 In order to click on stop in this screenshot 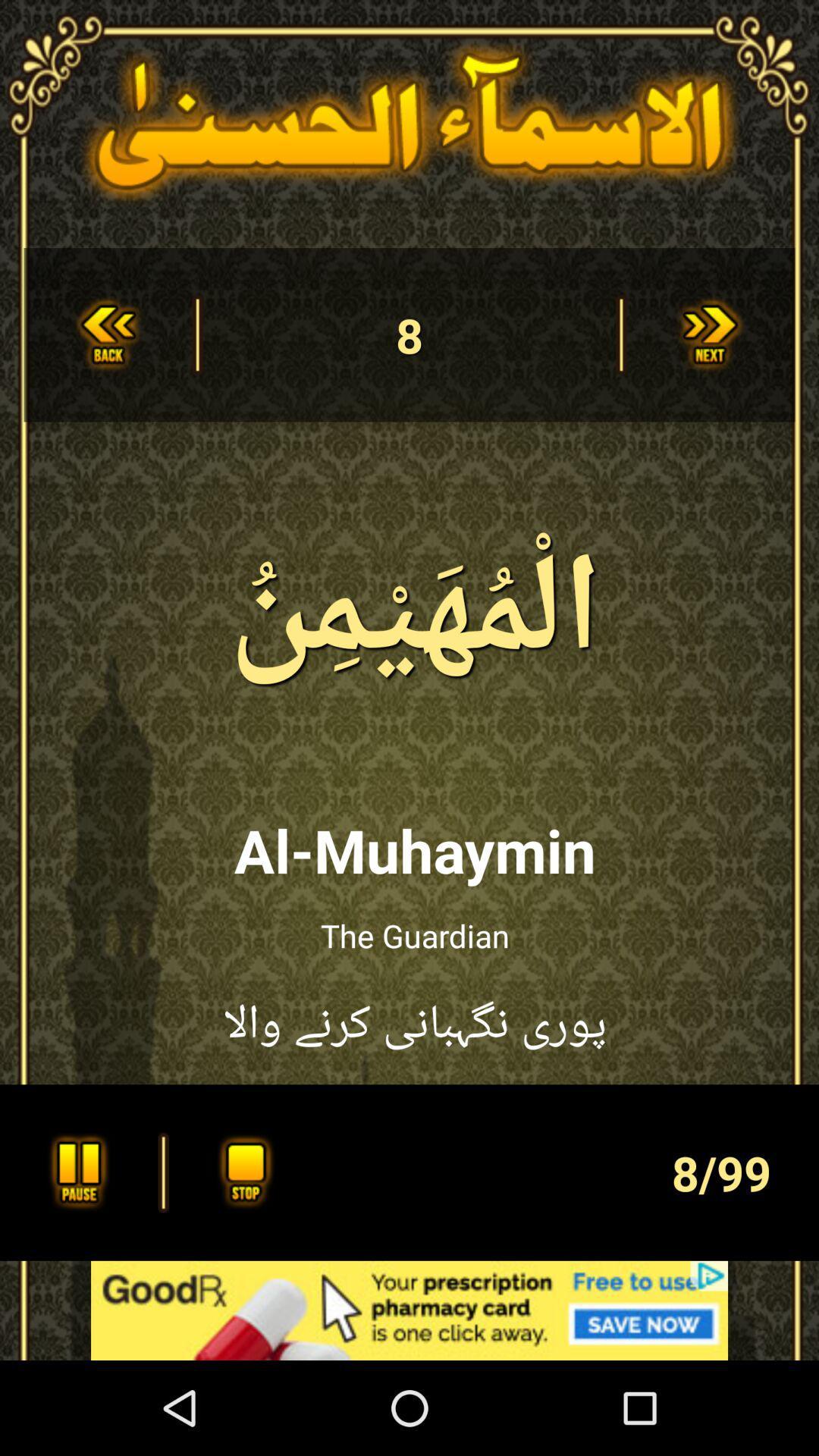, I will do `click(241, 1172)`.